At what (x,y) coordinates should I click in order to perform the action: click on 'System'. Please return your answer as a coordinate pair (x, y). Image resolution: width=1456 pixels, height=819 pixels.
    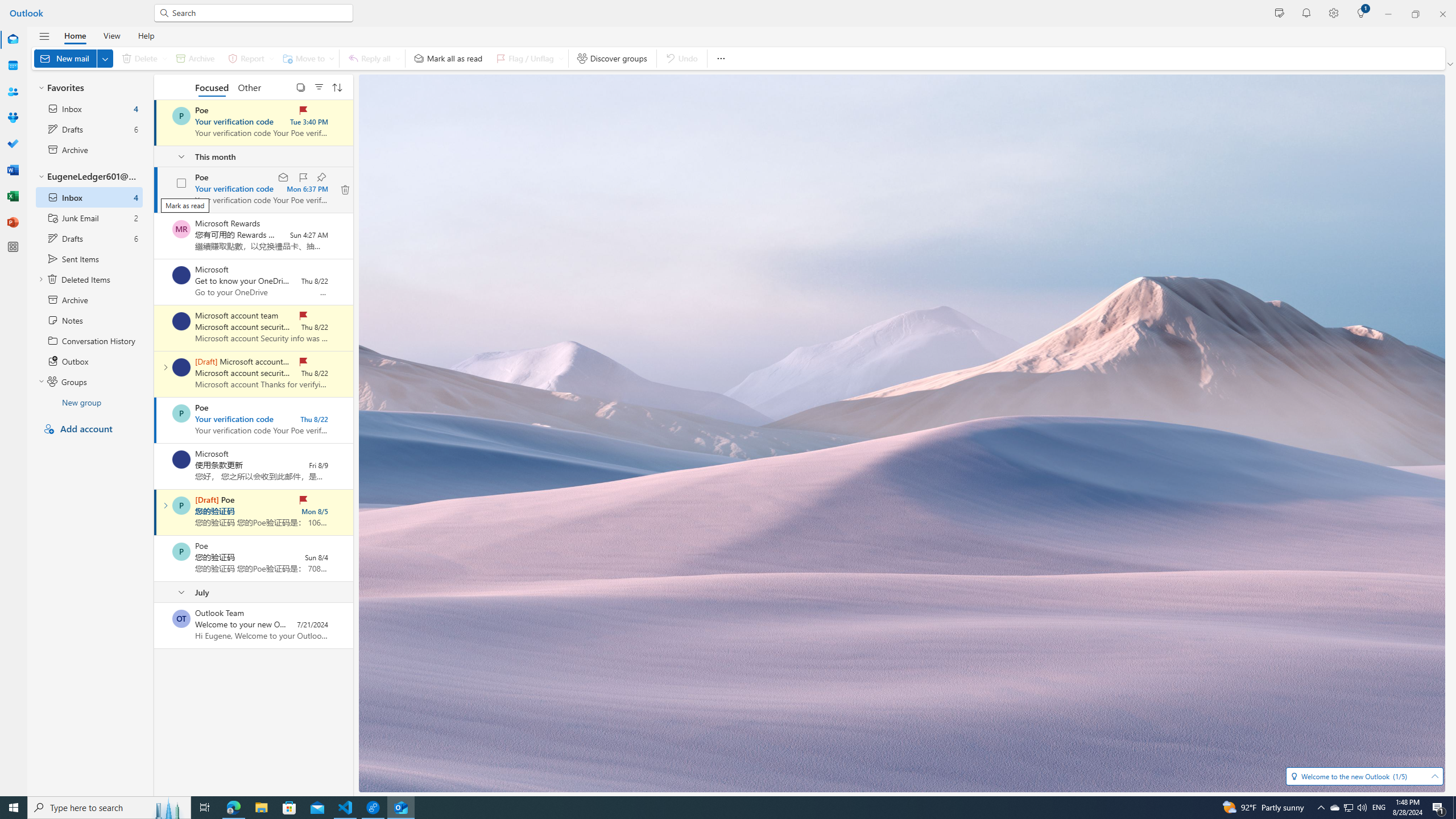
    Looking at the image, I should click on (6, 5).